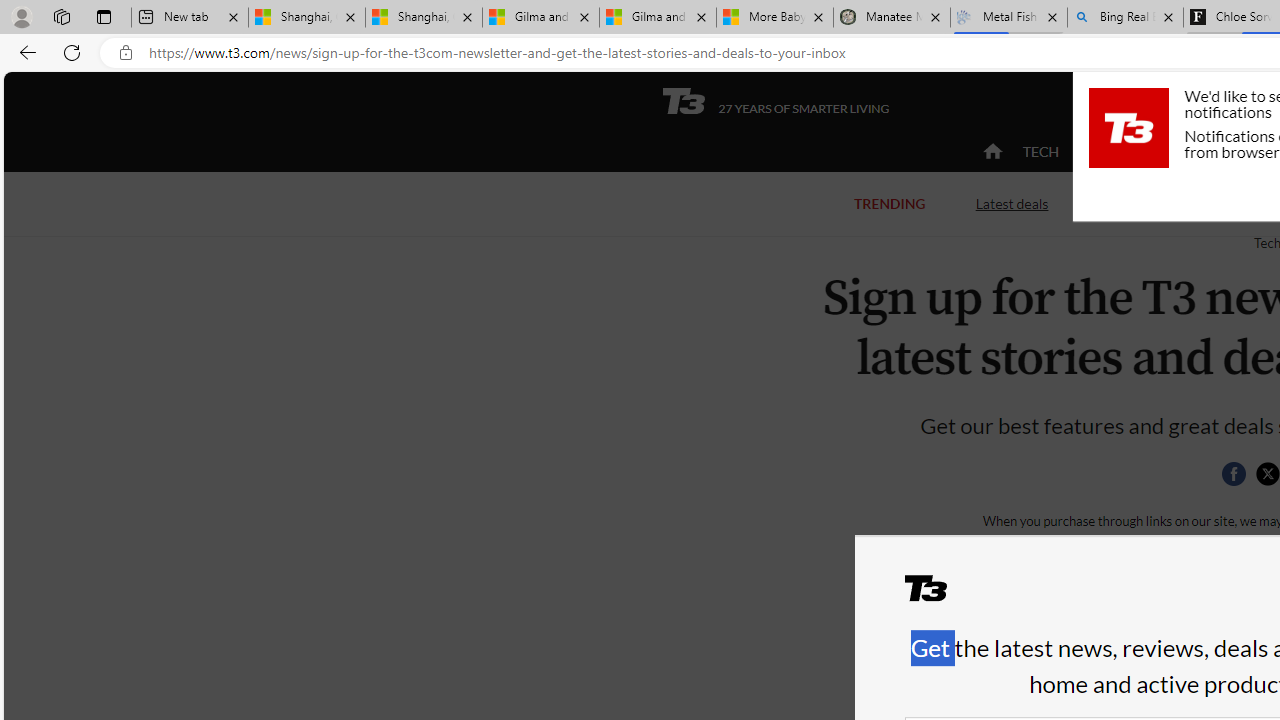  What do you see at coordinates (657, 17) in the screenshot?
I see `'Gilma and Hector both pose tropical trouble for Hawaii'` at bounding box center [657, 17].